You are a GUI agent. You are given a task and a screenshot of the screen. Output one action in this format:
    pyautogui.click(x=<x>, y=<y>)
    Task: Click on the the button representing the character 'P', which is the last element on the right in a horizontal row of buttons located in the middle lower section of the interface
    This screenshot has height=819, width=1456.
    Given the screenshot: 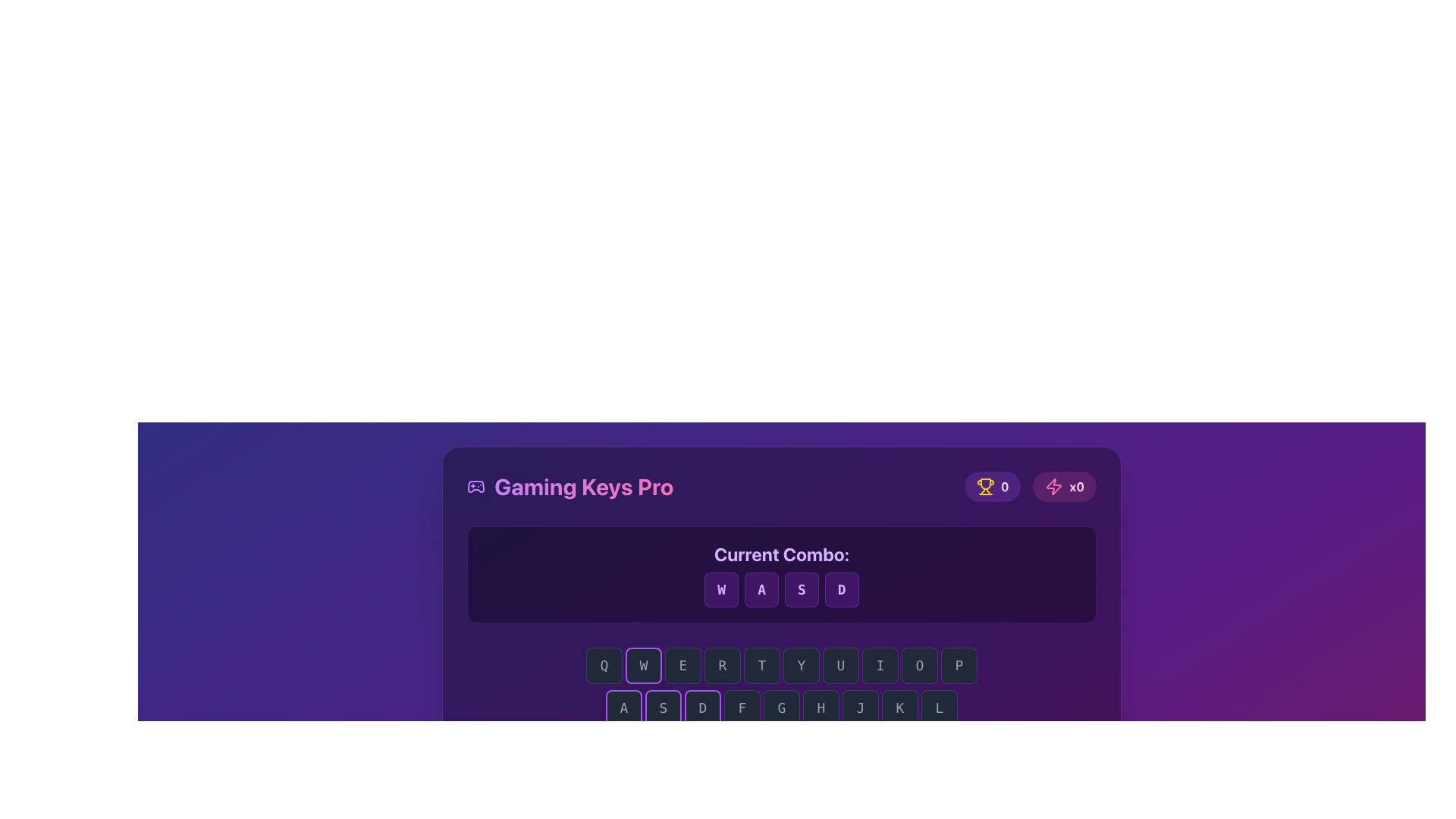 What is the action you would take?
    pyautogui.click(x=959, y=665)
    